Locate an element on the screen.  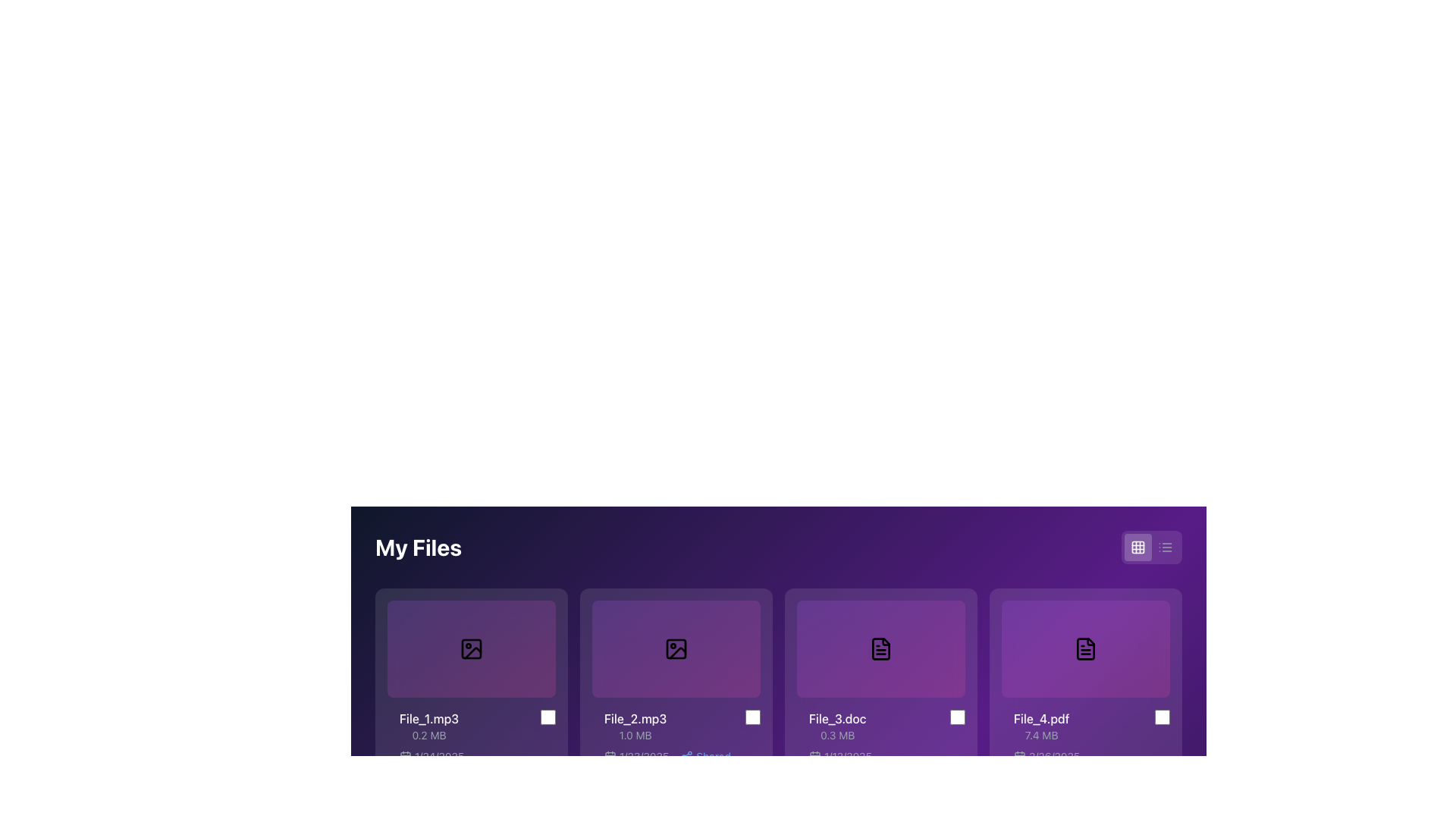
the Label with icon displaying the date '1/24/2025' located under the 'File_1.mp3' label in the 'My Files' section is located at coordinates (476, 757).